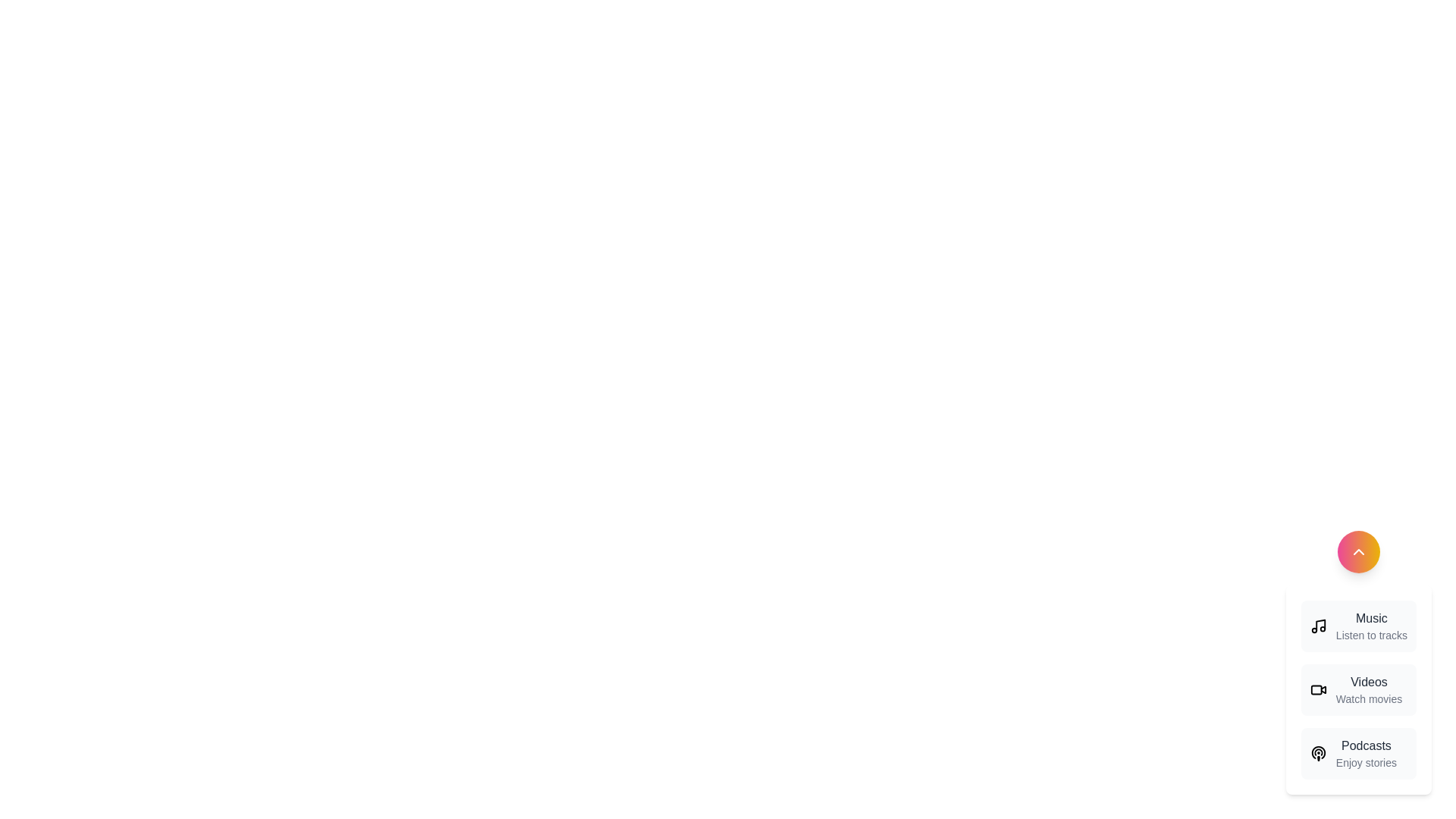 This screenshot has width=1456, height=819. What do you see at coordinates (1366, 754) in the screenshot?
I see `the 'Podcasts' option in the MediaSpeedDial menu` at bounding box center [1366, 754].